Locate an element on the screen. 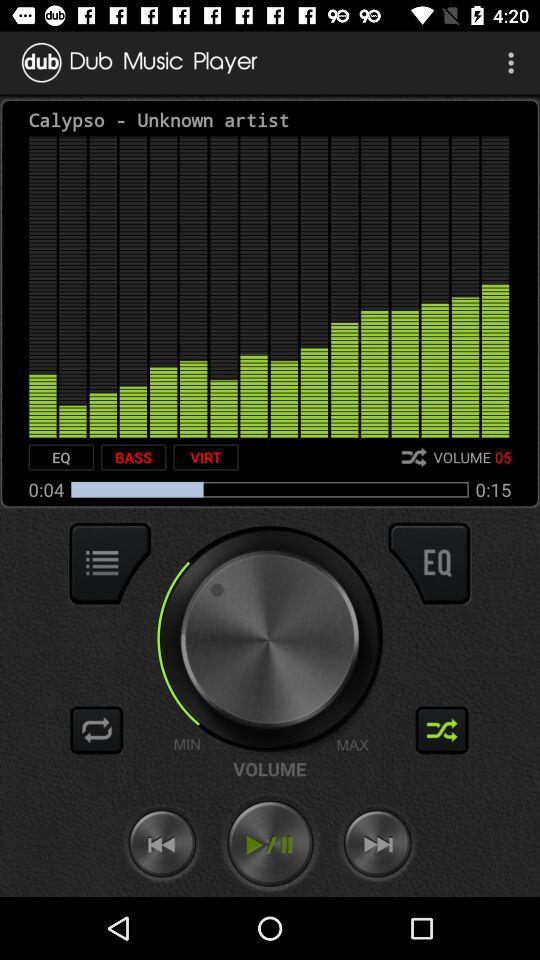  the item below 0:15 item is located at coordinates (428, 563).